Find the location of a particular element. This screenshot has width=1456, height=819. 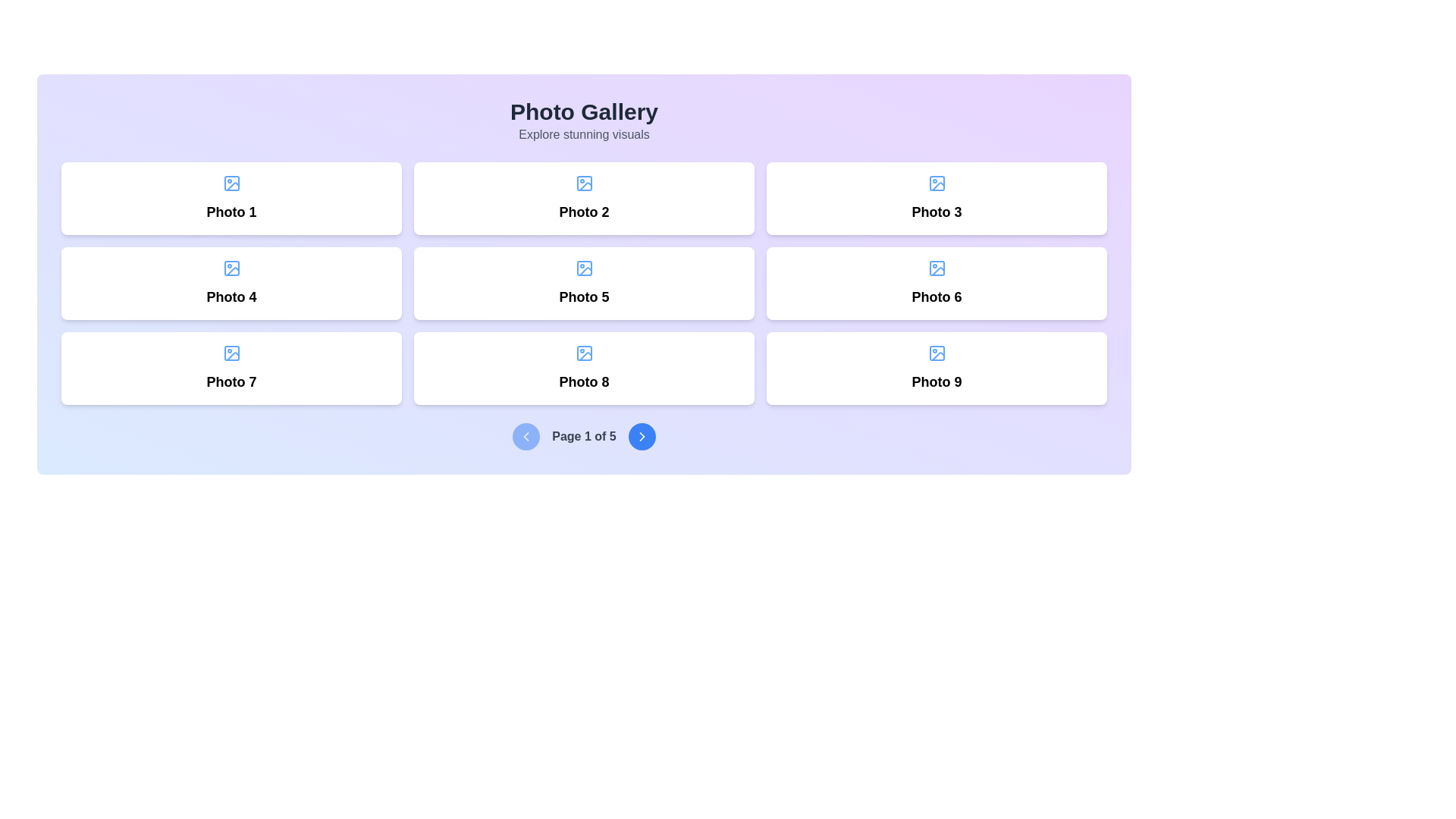

the gallery icon represented by the SVG Rectangle Element in the Photo 8 panel, located in the middle row of the grid layout in the third column is located at coordinates (583, 353).